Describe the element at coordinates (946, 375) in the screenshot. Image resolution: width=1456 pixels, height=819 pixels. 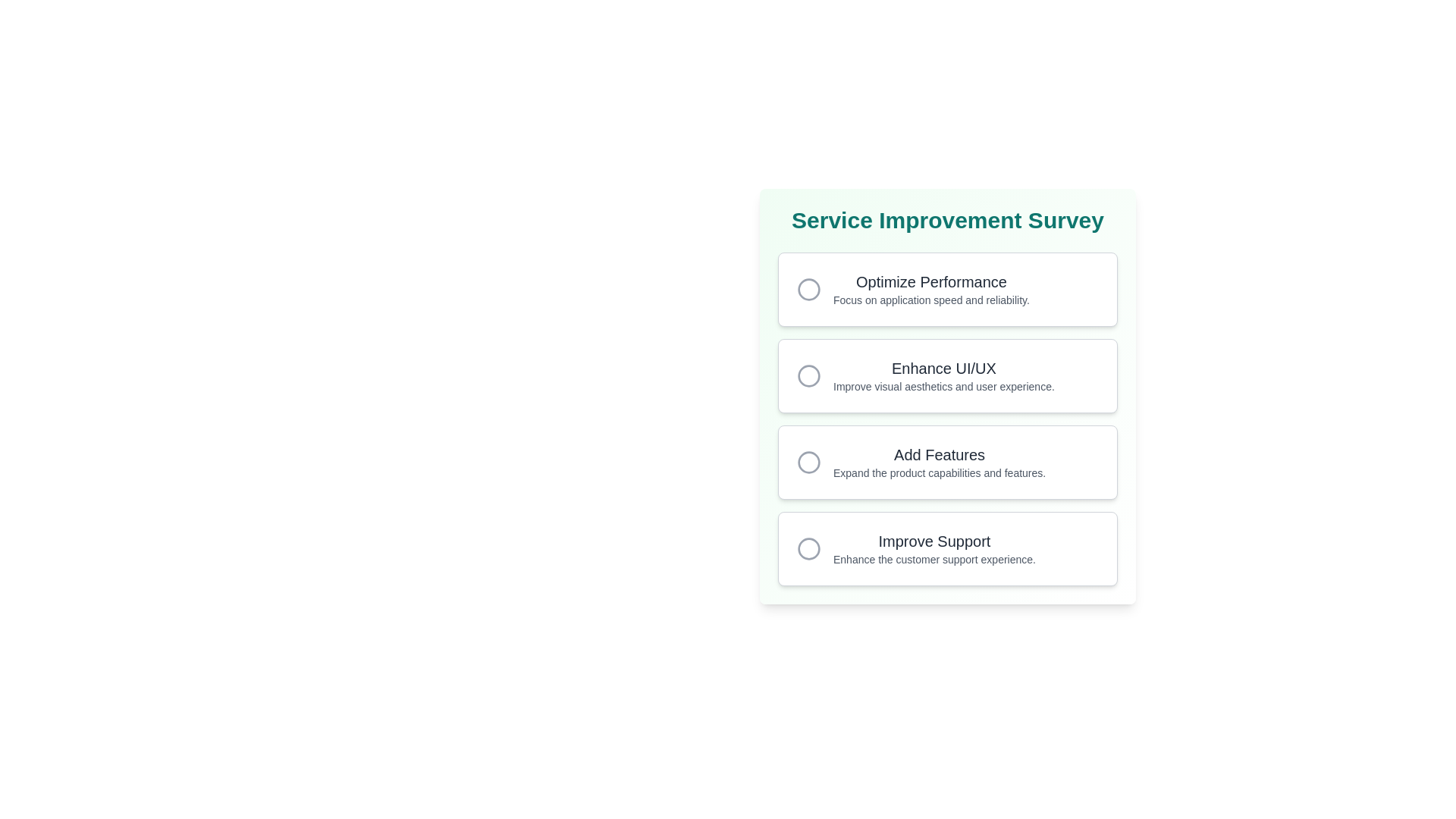
I see `the second Selectable option card labeled 'Enhance UI/UX' in the 'Service Improvement Survey' section to apply hover effects` at that location.